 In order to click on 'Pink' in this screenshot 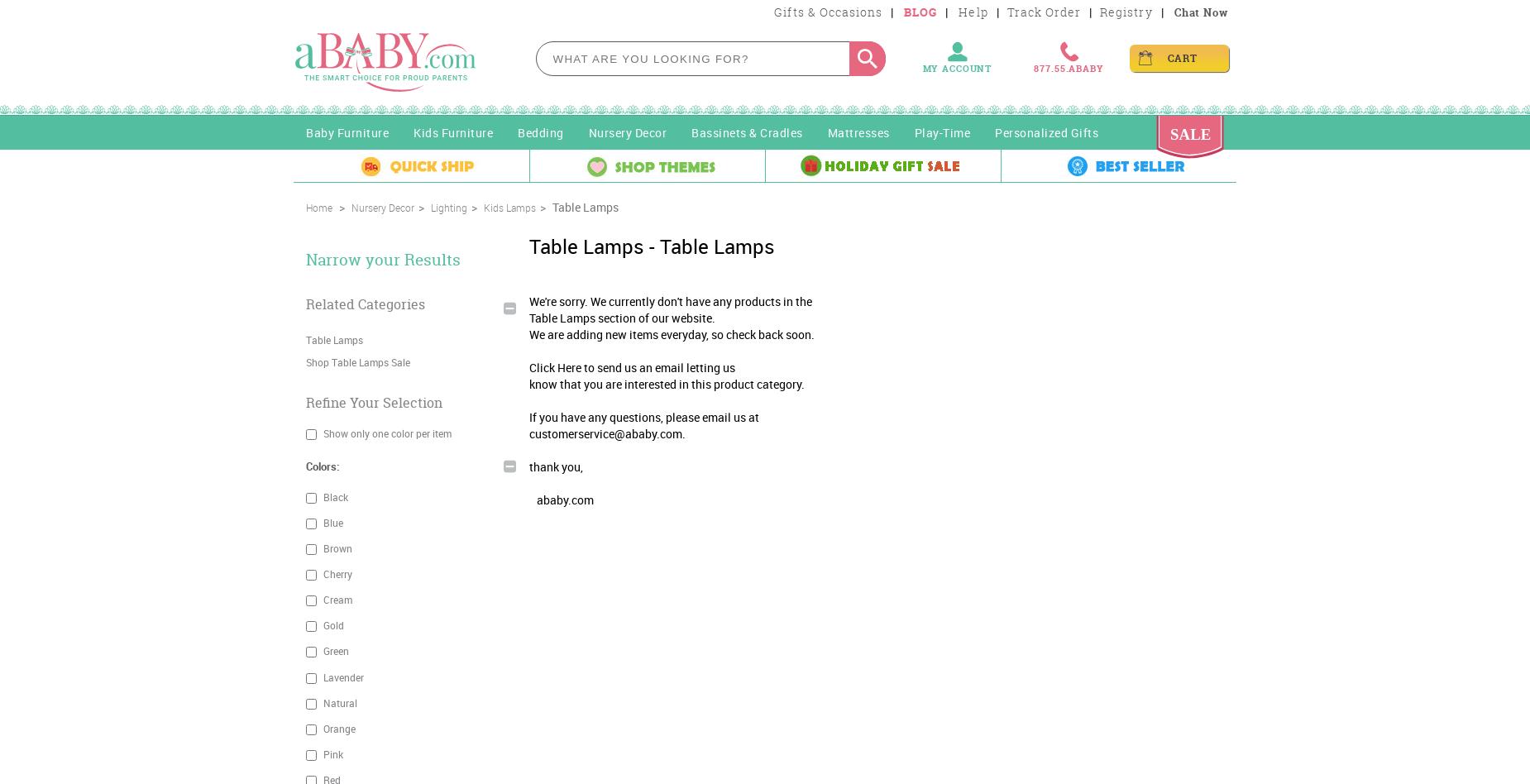, I will do `click(331, 753)`.